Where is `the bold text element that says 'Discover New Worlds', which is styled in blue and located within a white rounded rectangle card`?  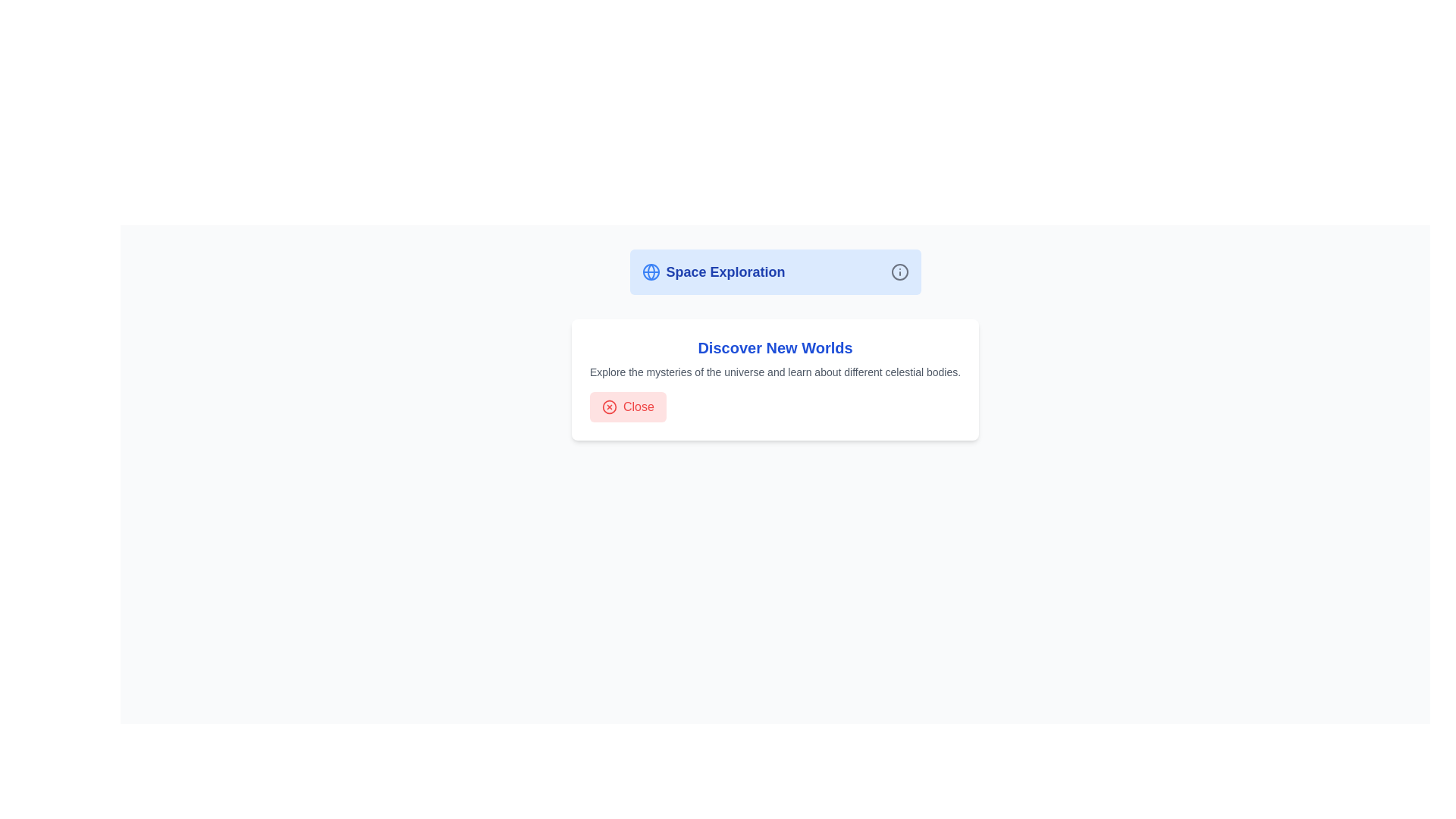 the bold text element that says 'Discover New Worlds', which is styled in blue and located within a white rounded rectangle card is located at coordinates (775, 348).